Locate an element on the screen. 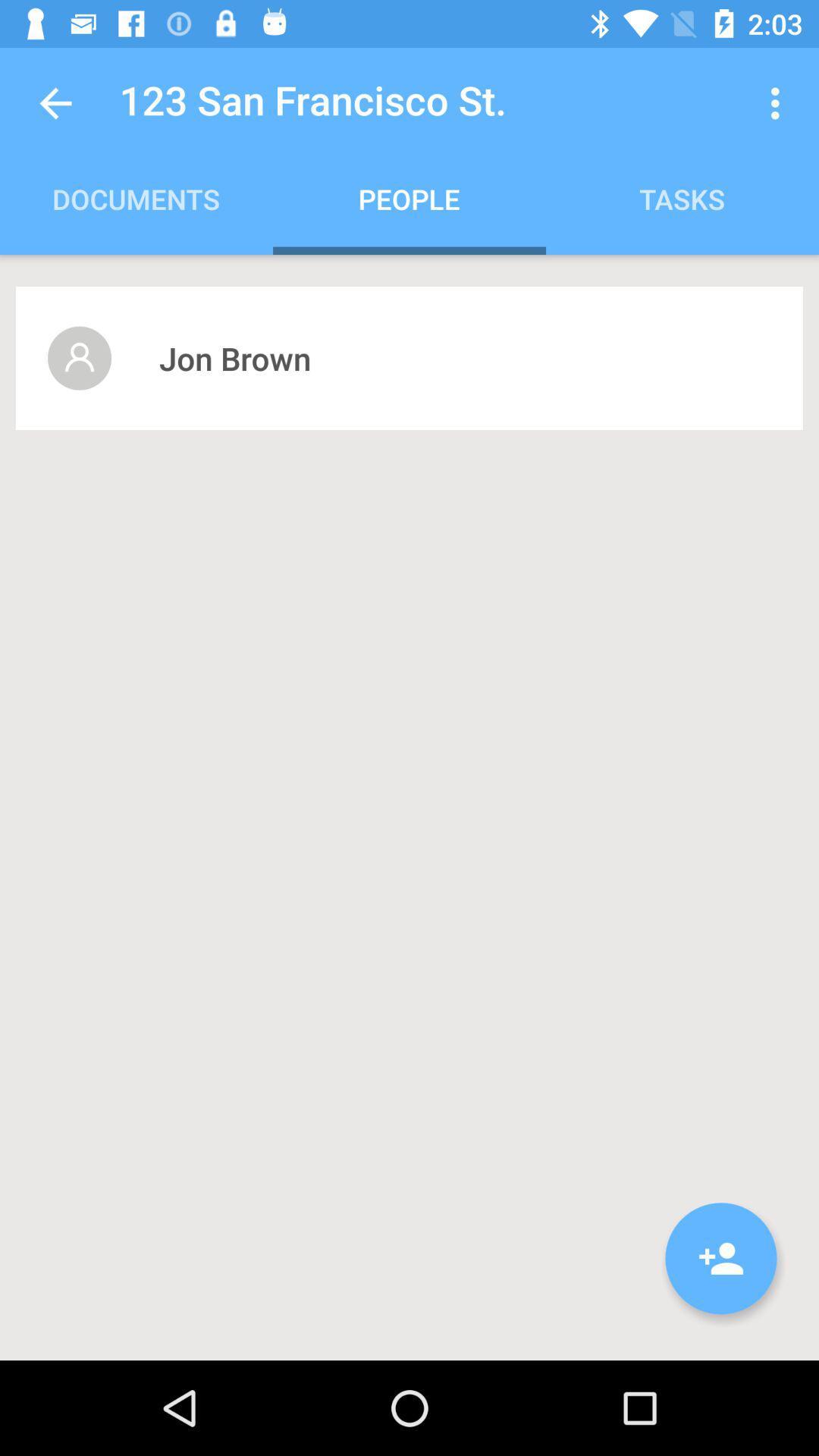 The width and height of the screenshot is (819, 1456). the icon to the left of 123 san francisco item is located at coordinates (55, 102).